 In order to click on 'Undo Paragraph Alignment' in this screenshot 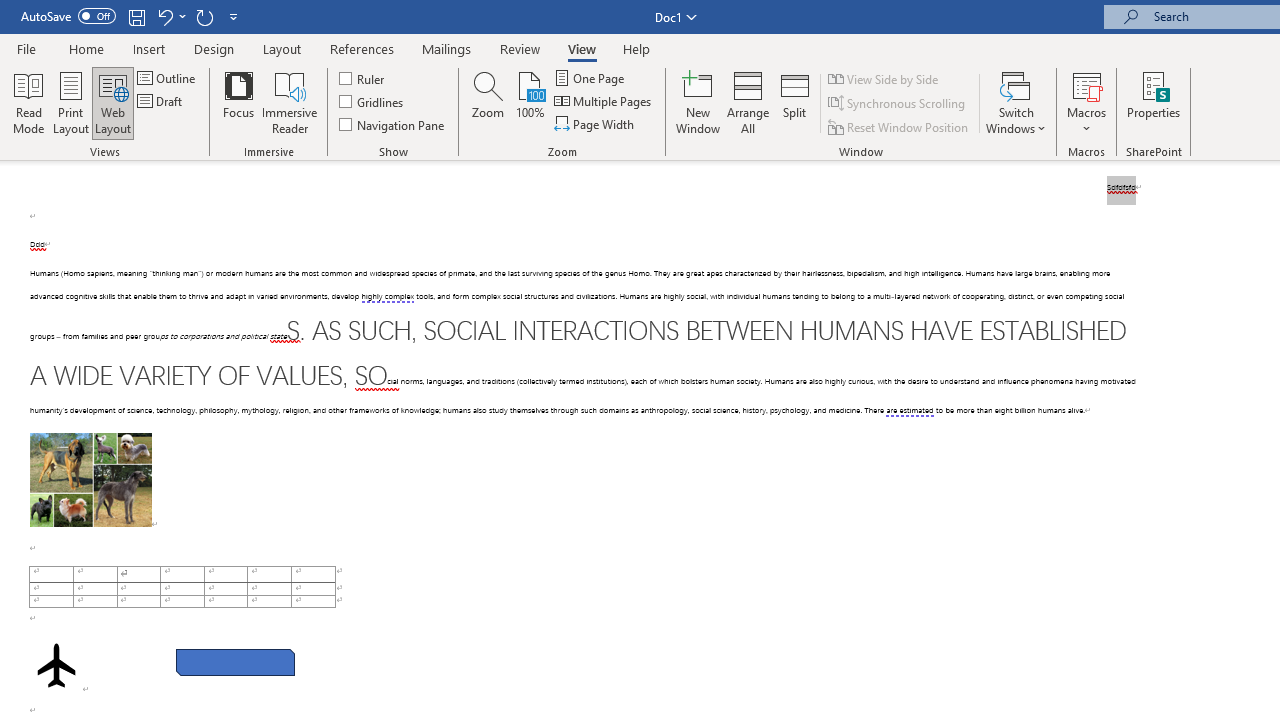, I will do `click(164, 16)`.